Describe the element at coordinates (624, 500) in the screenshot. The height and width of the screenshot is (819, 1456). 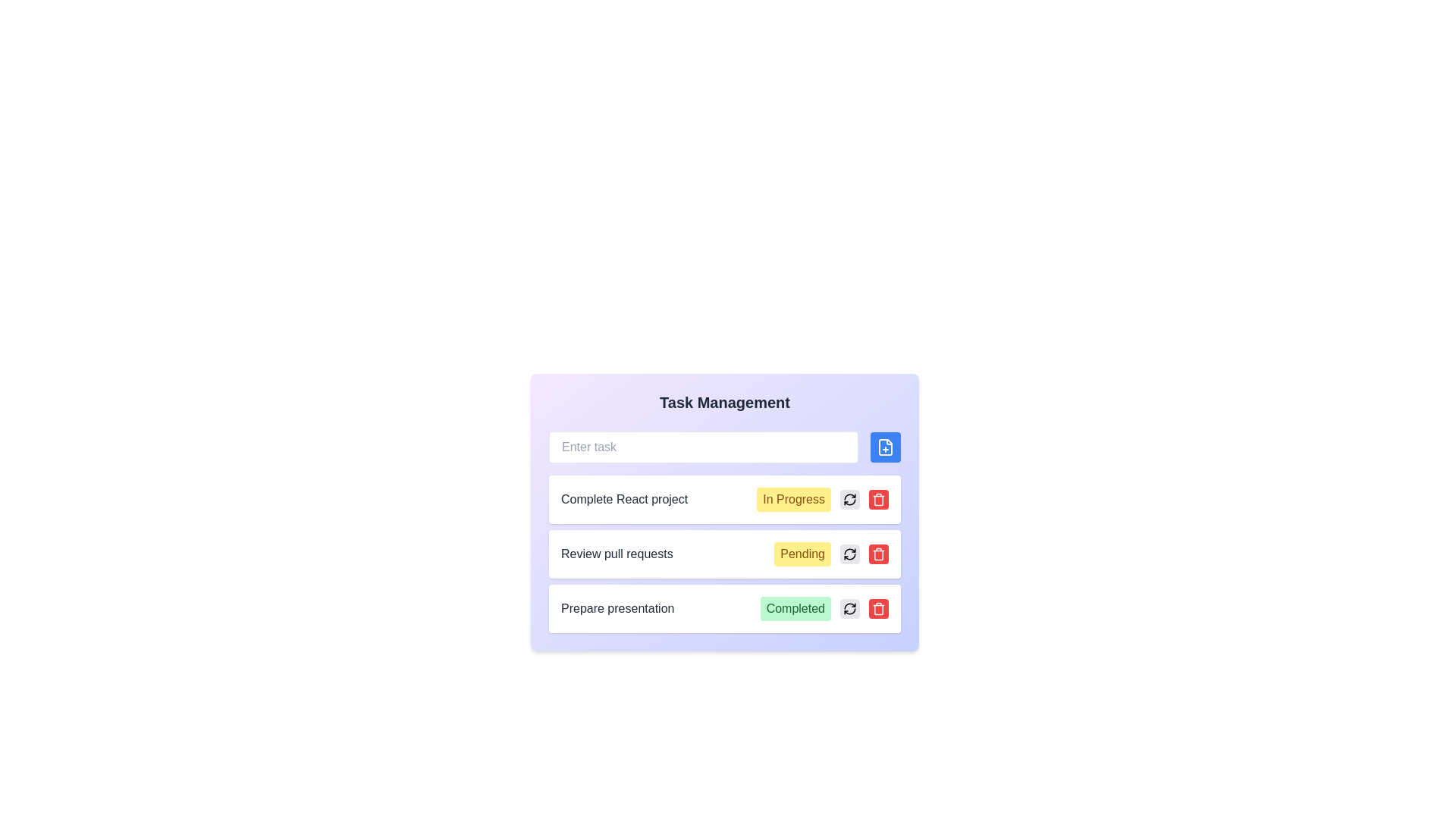
I see `the static text label displaying 'Complete React project' in bold dark gray font, located in the first row of the task management interface, next to the yellow 'In Progress' label` at that location.